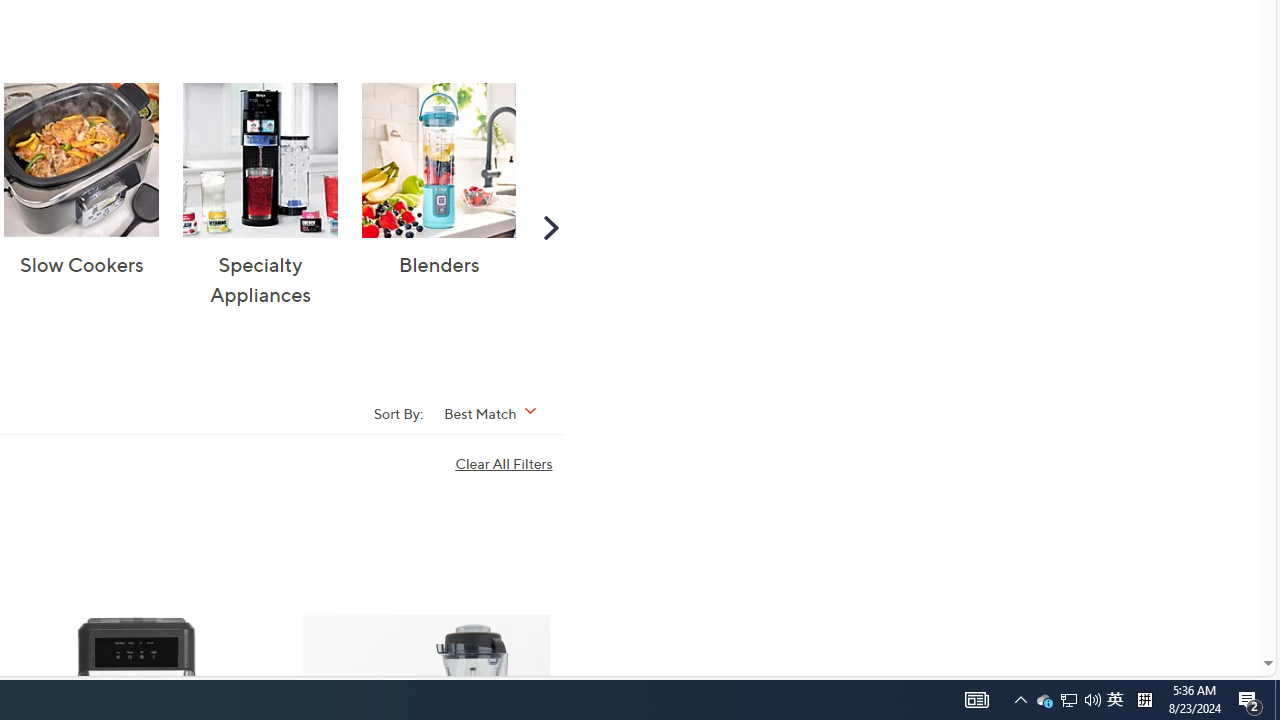 This screenshot has width=1280, height=720. I want to click on 'Scroll Right', so click(551, 225).